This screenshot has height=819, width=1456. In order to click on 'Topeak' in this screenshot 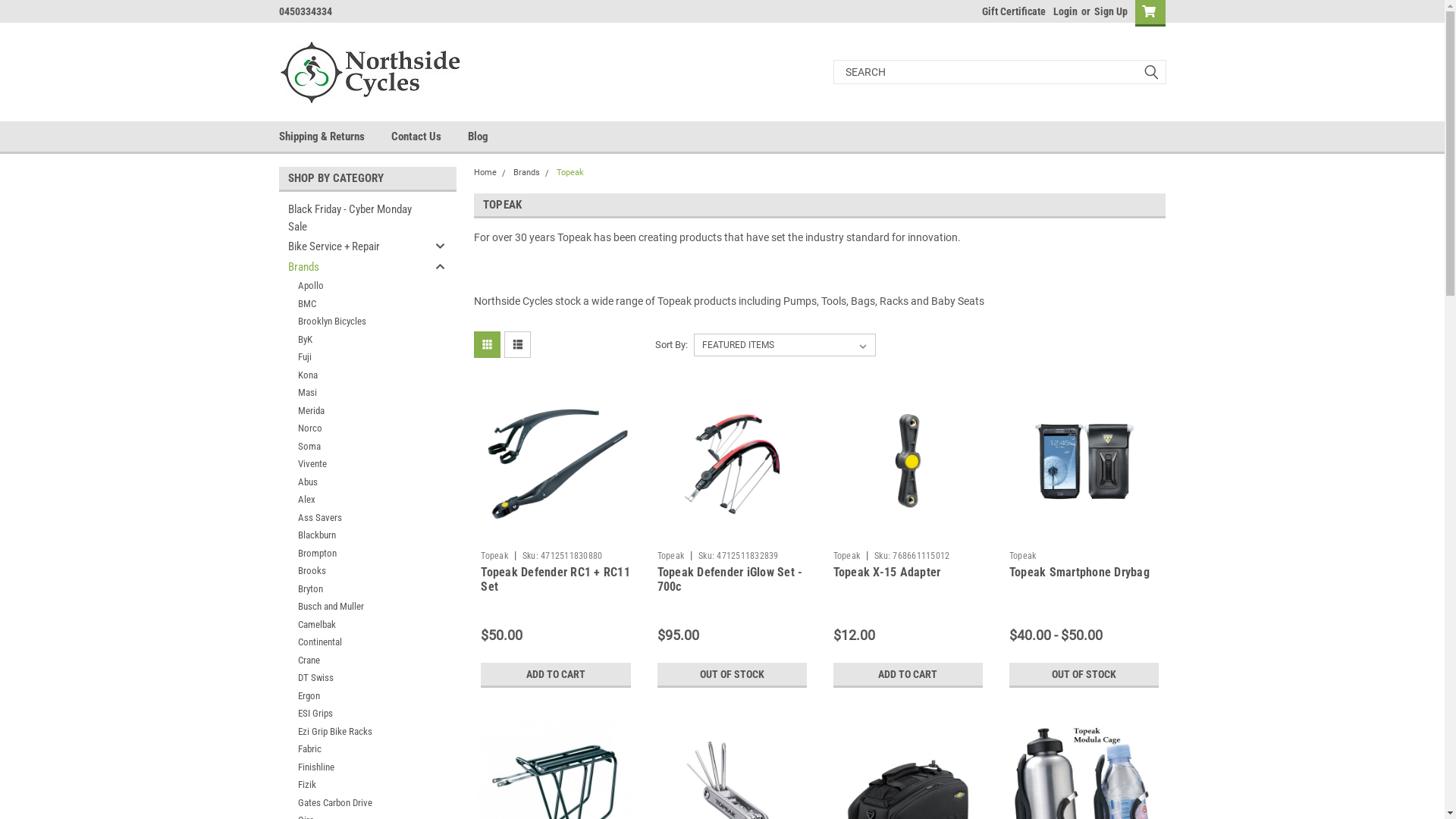, I will do `click(1022, 555)`.